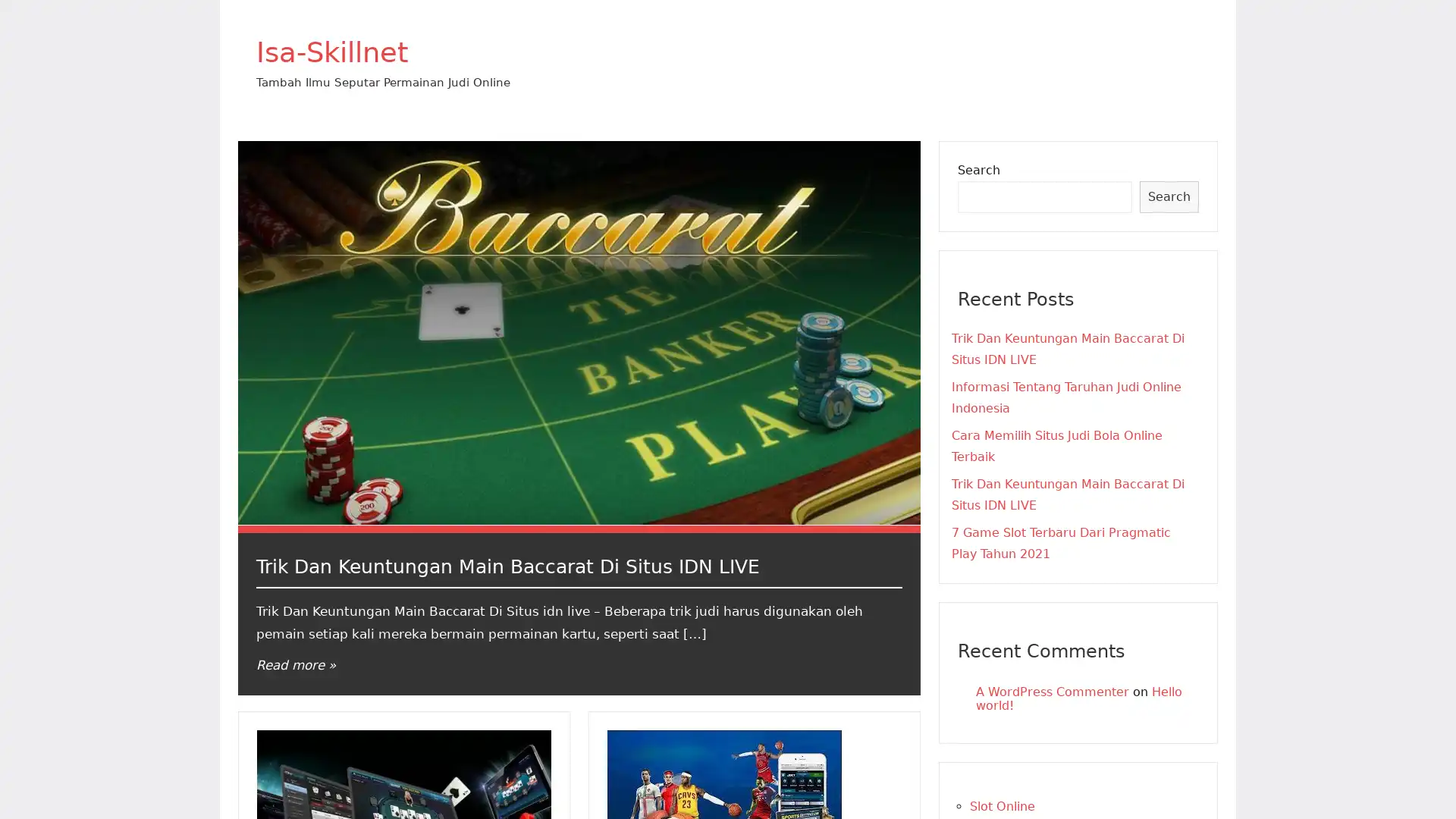 This screenshot has height=819, width=1456. What do you see at coordinates (1168, 196) in the screenshot?
I see `Search` at bounding box center [1168, 196].